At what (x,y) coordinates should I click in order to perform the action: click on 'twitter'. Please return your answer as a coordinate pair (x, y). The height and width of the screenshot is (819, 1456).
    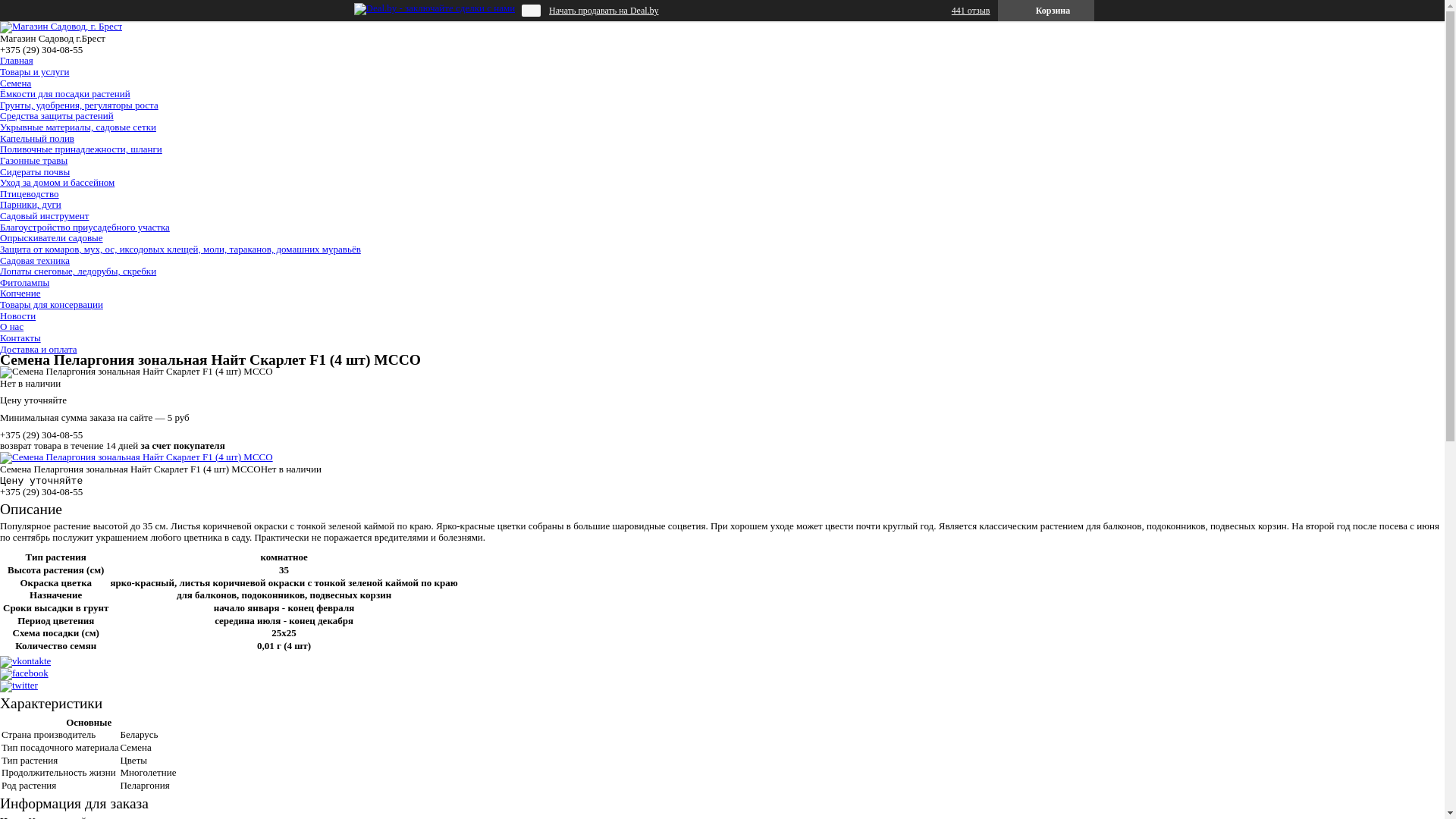
    Looking at the image, I should click on (0, 685).